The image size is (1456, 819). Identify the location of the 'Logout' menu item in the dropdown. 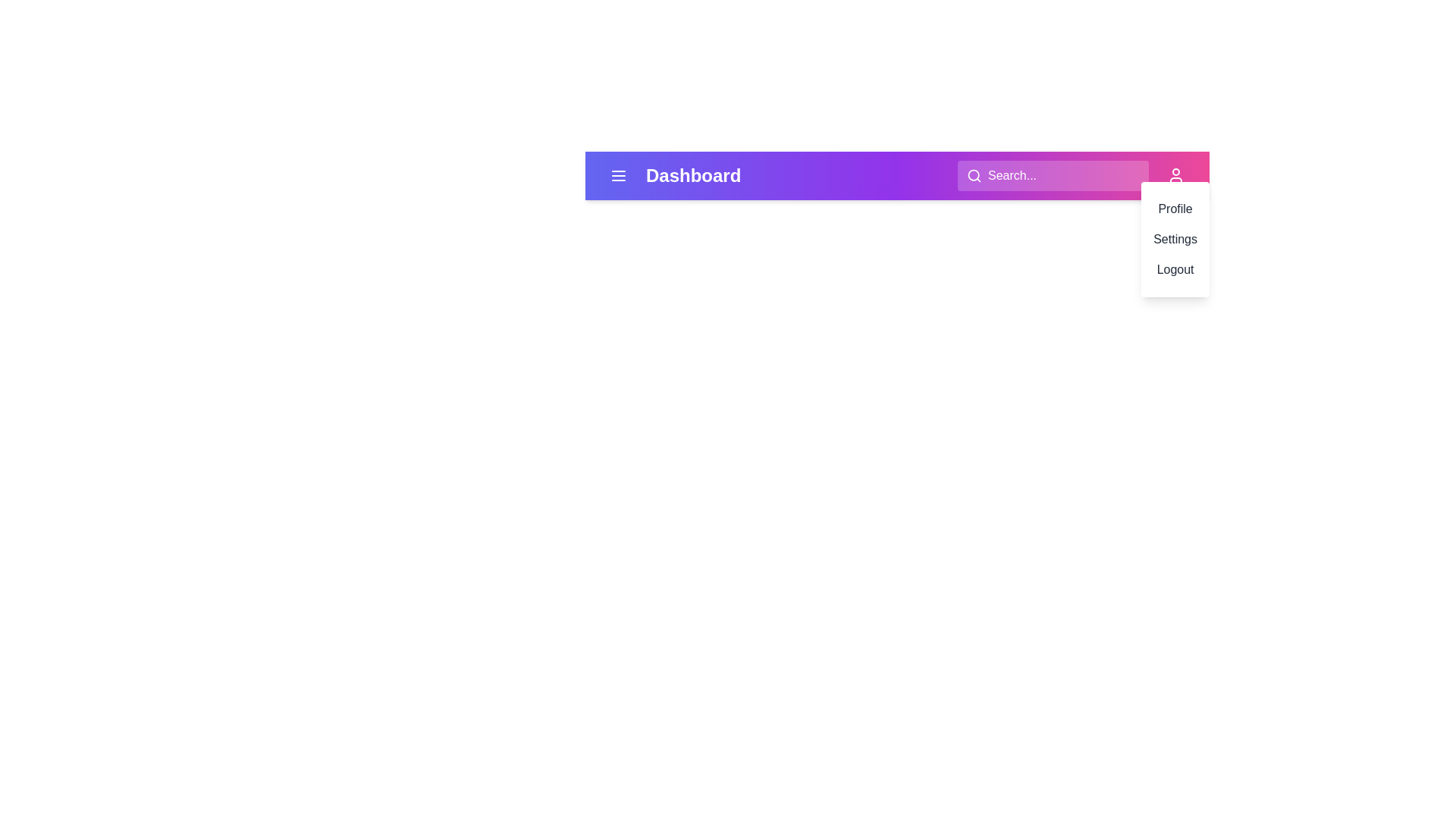
(1175, 268).